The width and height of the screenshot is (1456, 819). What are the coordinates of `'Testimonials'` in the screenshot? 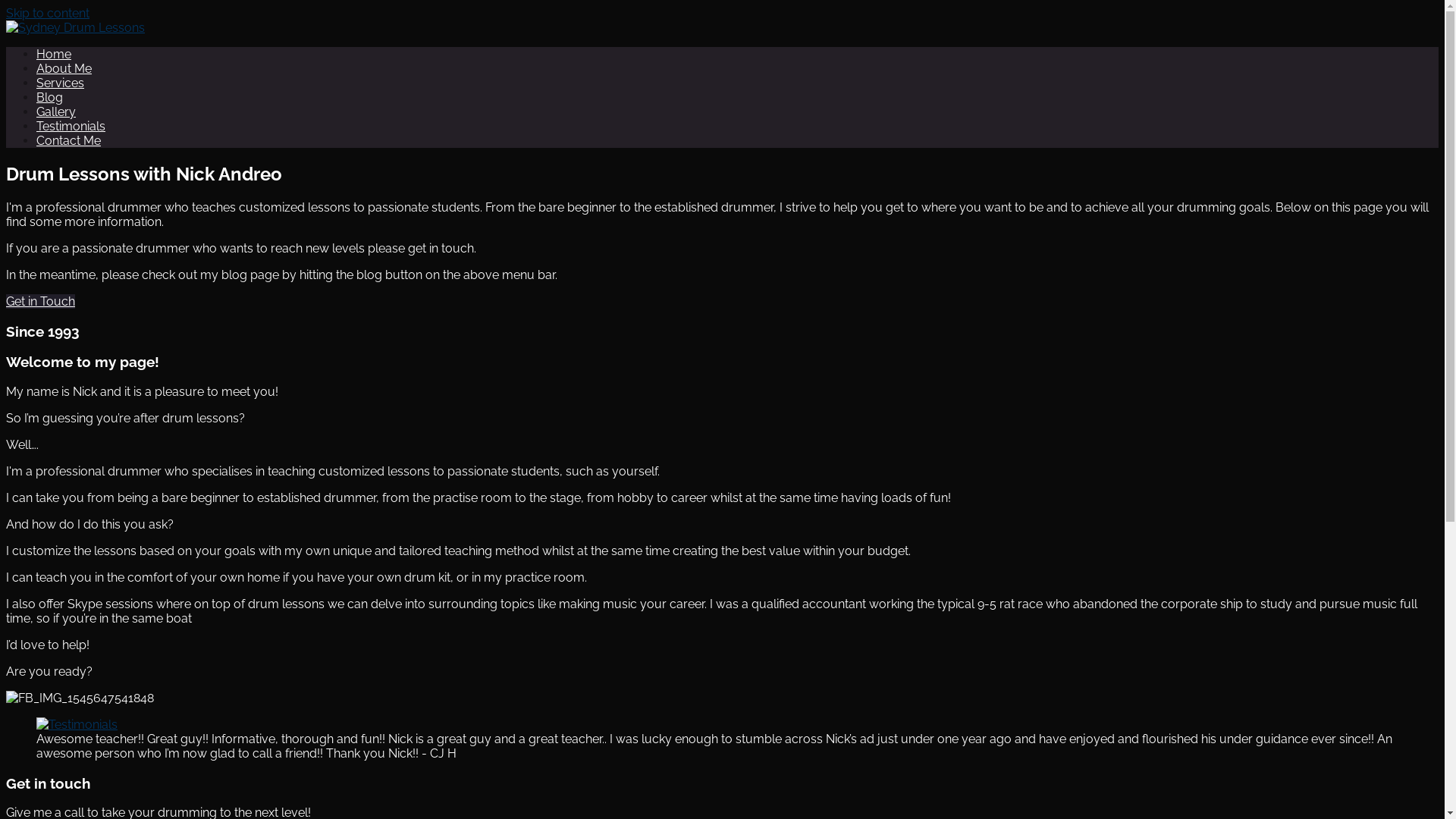 It's located at (36, 125).